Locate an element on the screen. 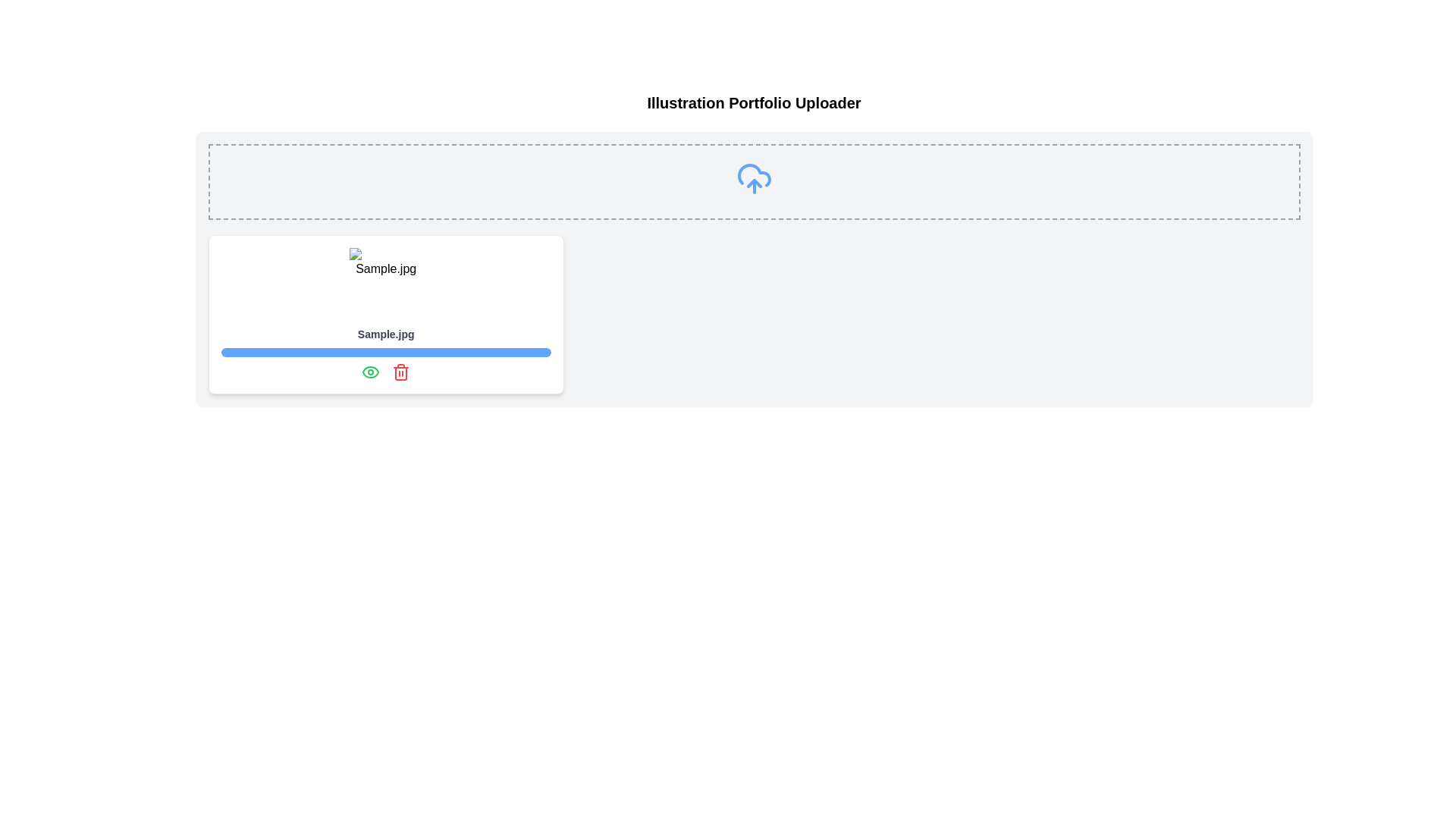 The image size is (1456, 819). the delete action icon button located in the bottom section of the modal dialog, aligned to the right side of adjacent controls is located at coordinates (401, 374).